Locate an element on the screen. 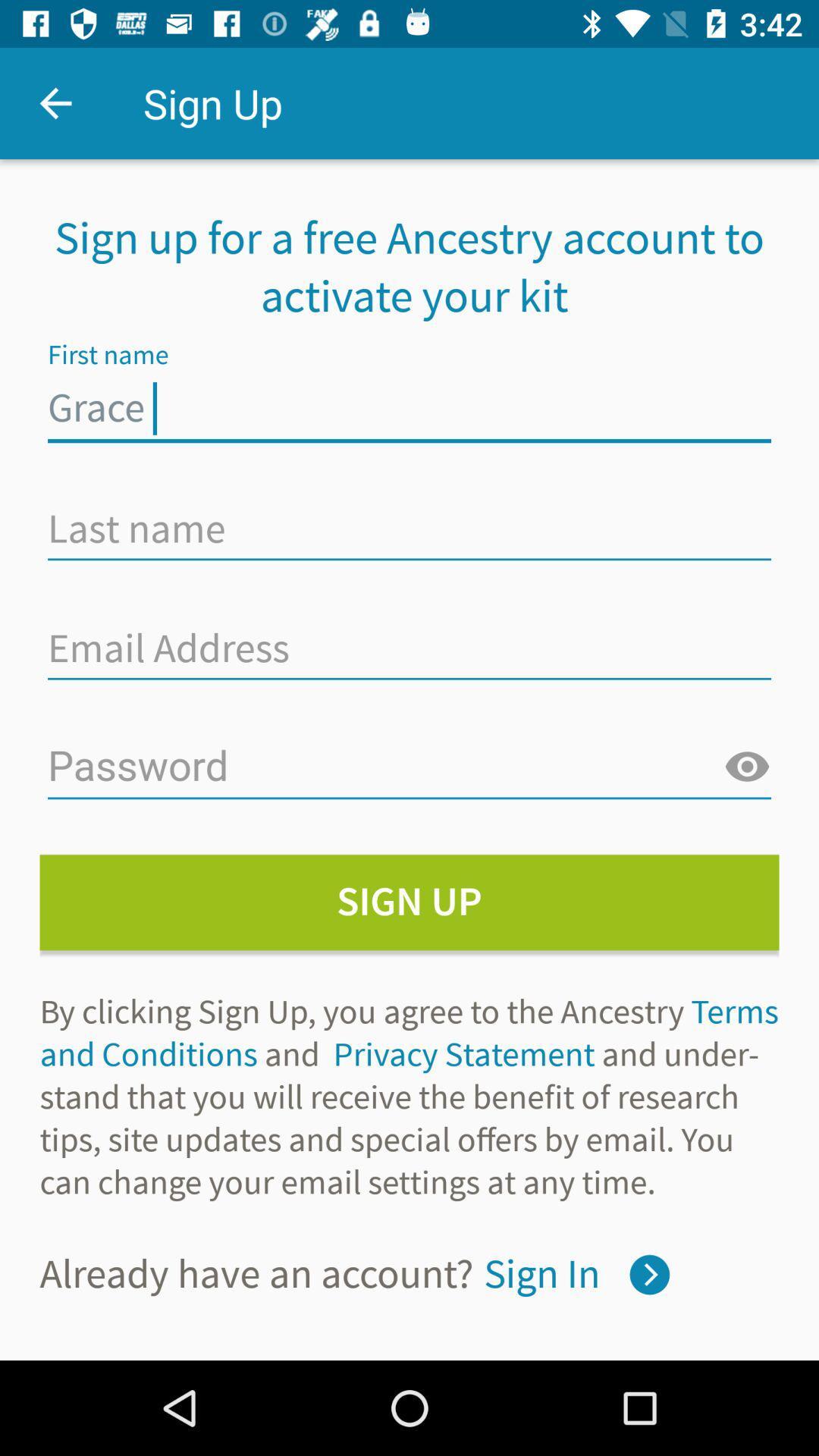  last name is located at coordinates (409, 529).